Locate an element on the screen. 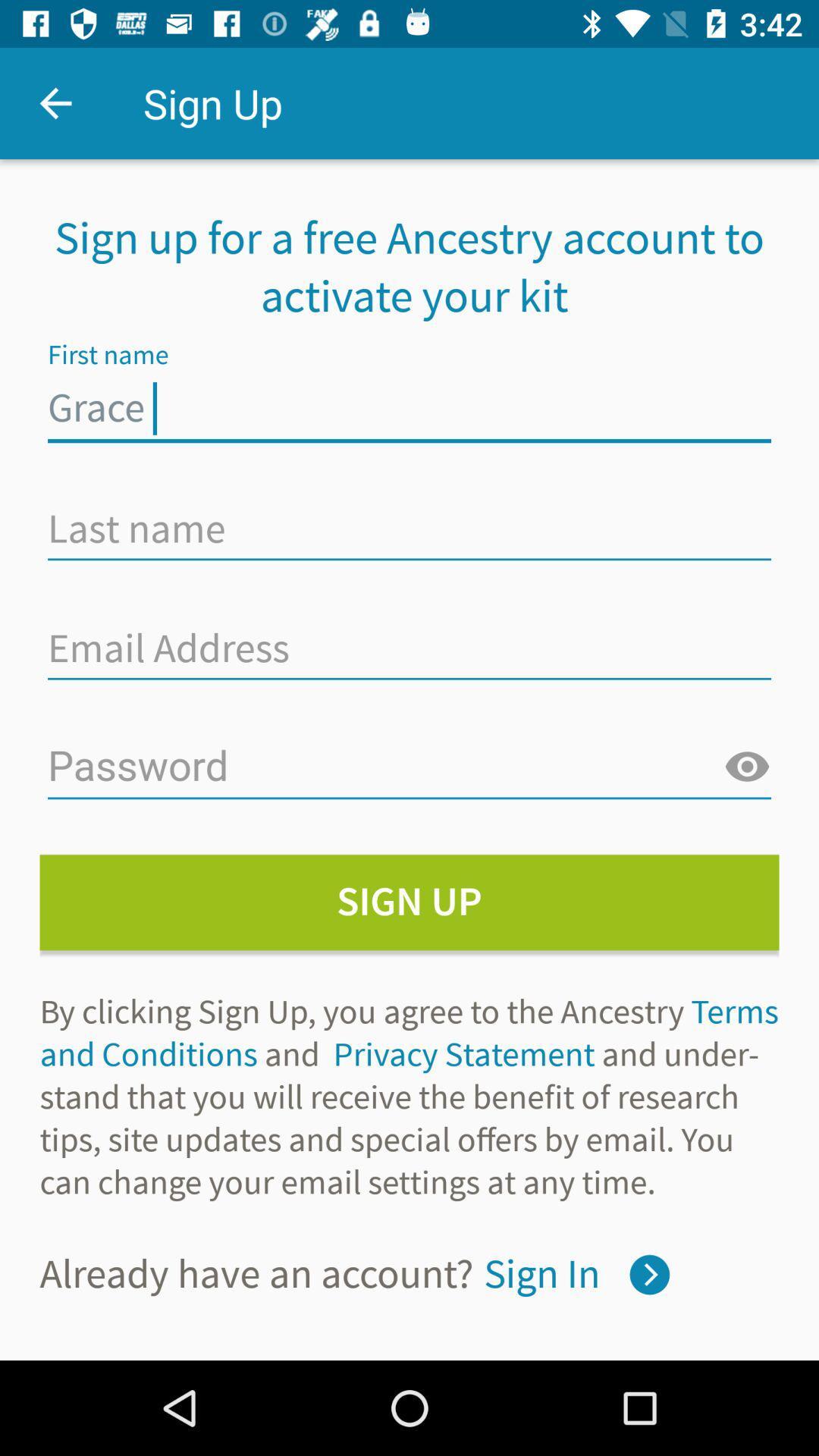  last name is located at coordinates (409, 529).